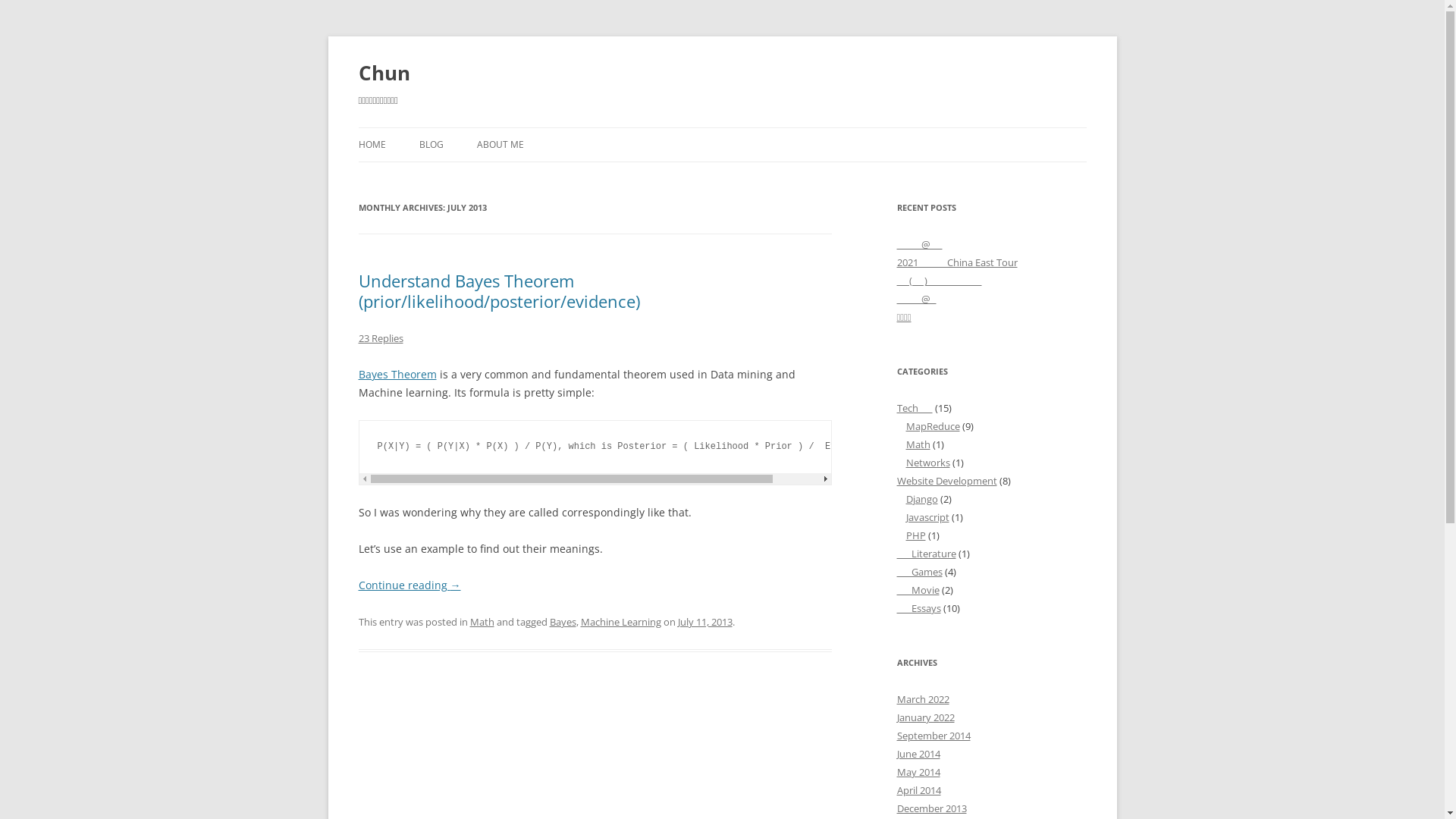 The width and height of the screenshot is (1456, 819). What do you see at coordinates (927, 461) in the screenshot?
I see `'Networks'` at bounding box center [927, 461].